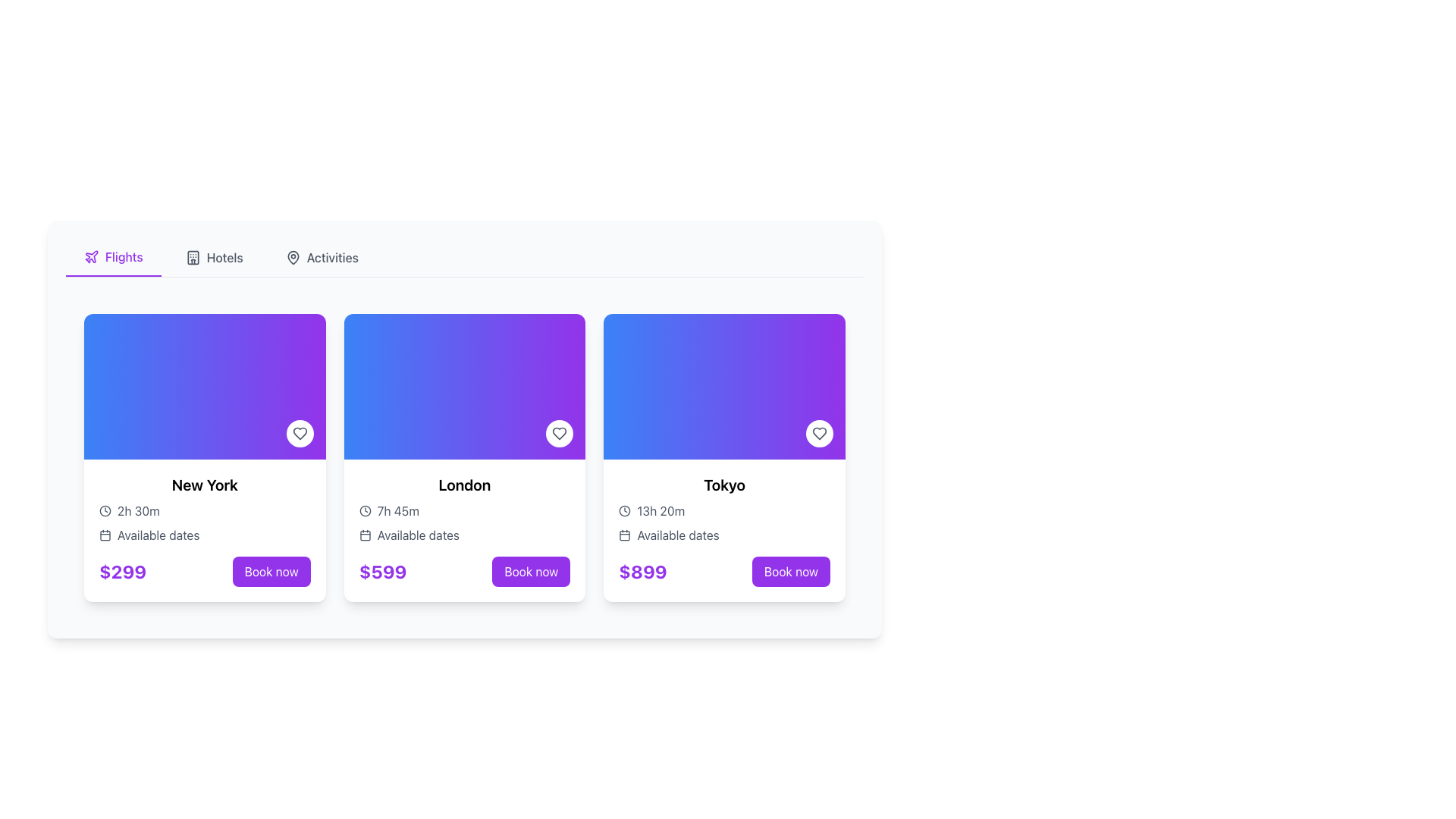 This screenshot has height=819, width=1456. Describe the element at coordinates (365, 511) in the screenshot. I see `the Clock icon located within the card for 'London', which is styled with a thin black stroke and positioned to the left of the text '7h 45m'` at that location.